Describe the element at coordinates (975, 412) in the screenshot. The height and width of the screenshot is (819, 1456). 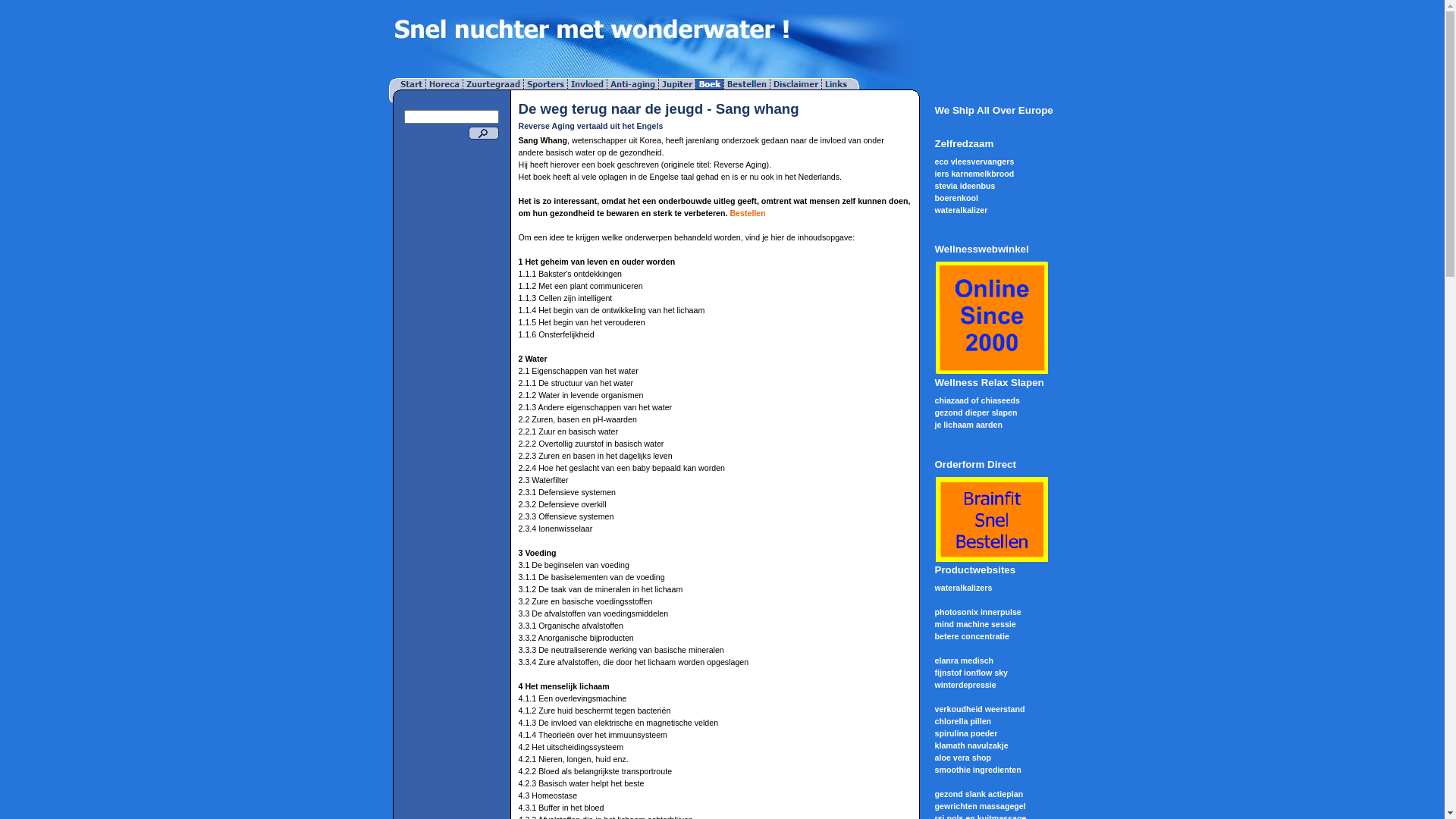
I see `'gezond dieper slapen'` at that location.